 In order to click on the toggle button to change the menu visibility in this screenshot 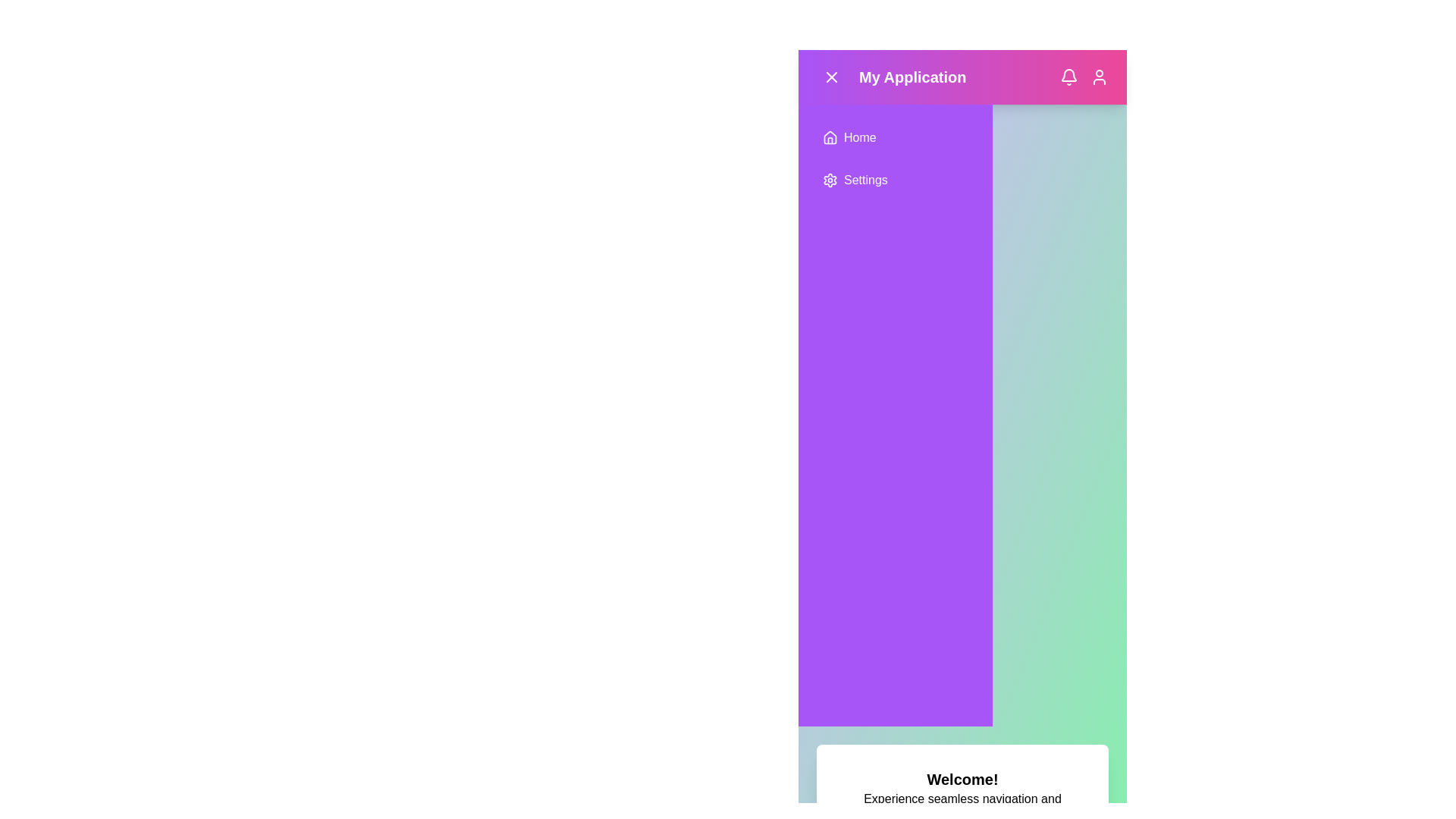, I will do `click(831, 77)`.